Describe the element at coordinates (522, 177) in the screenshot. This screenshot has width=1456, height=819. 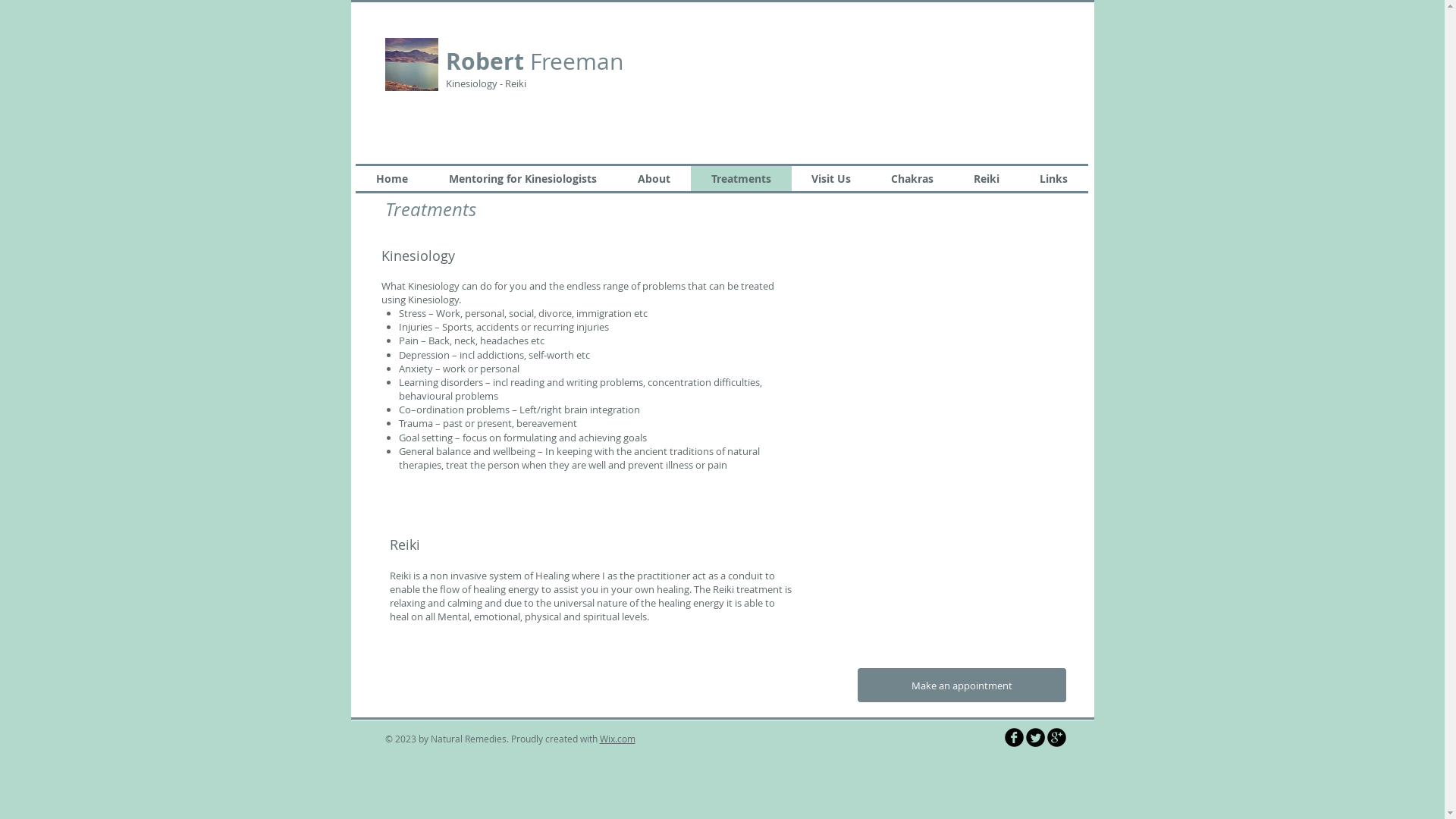
I see `'Mentoring for Kinesiologists'` at that location.